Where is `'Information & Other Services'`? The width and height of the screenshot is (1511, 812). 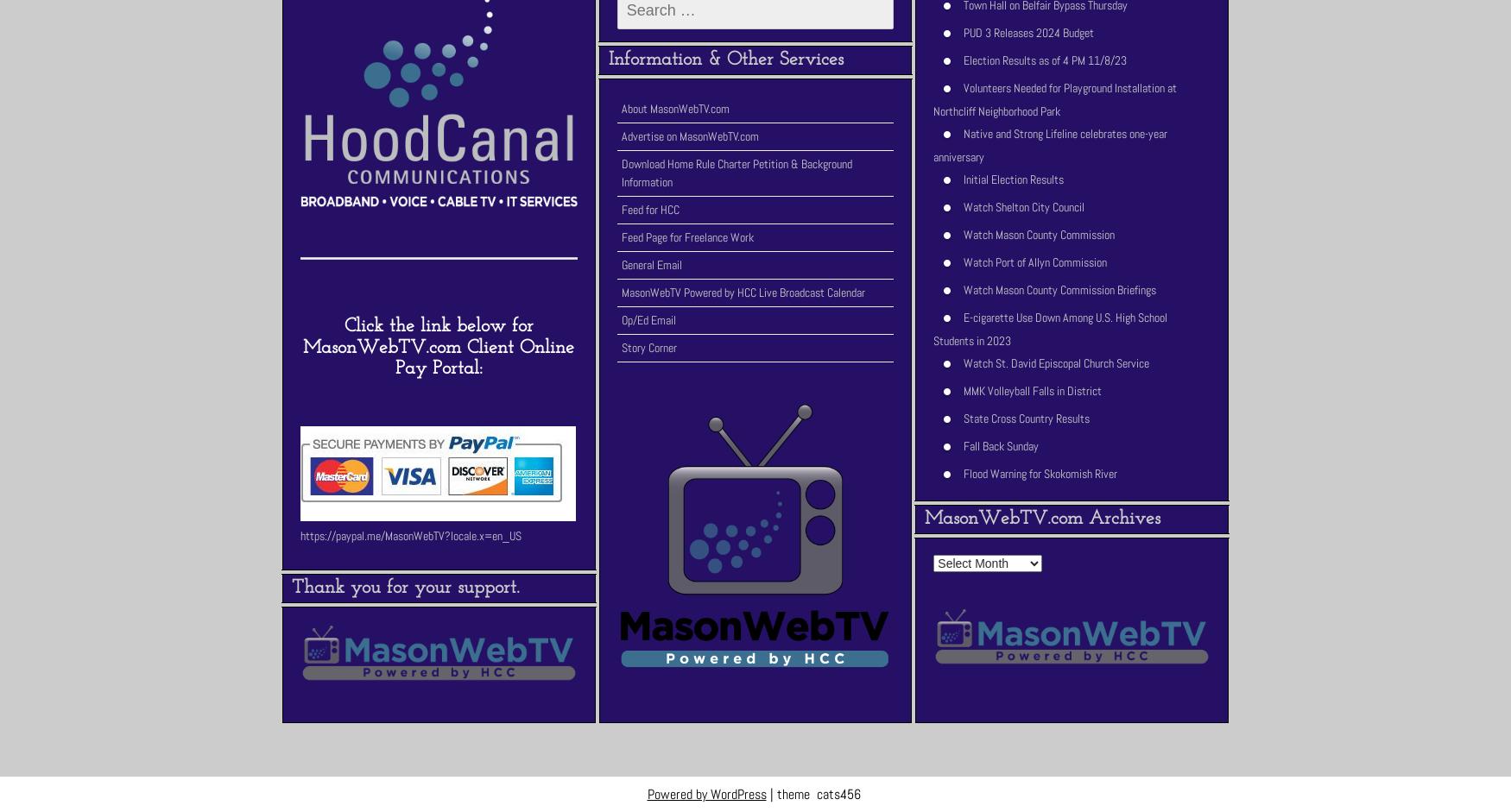 'Information & Other Services' is located at coordinates (725, 59).